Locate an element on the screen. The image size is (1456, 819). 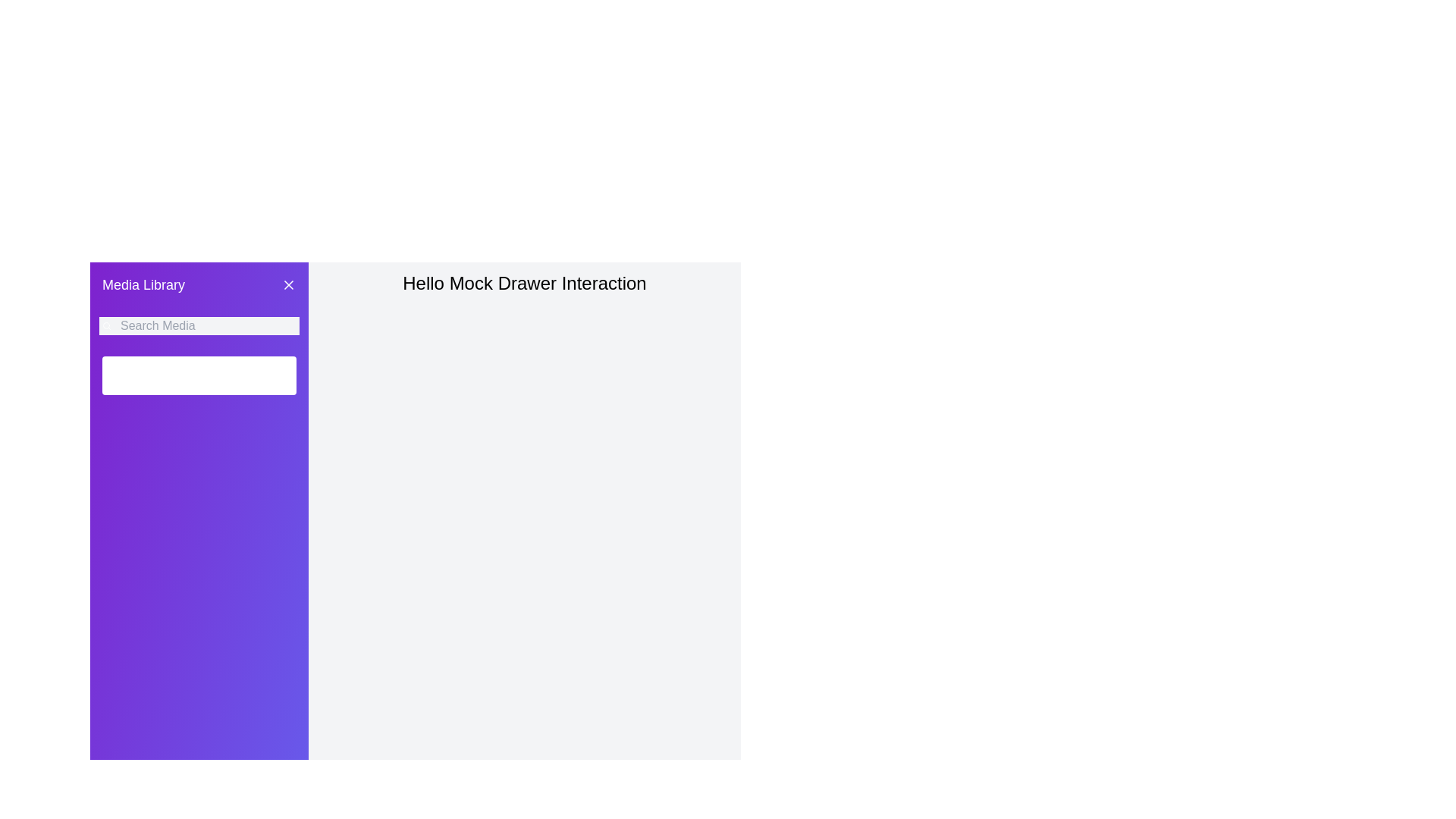
the 'X' icon button located in the top-right corner of the purple header section labeled 'Media Library' is located at coordinates (288, 284).